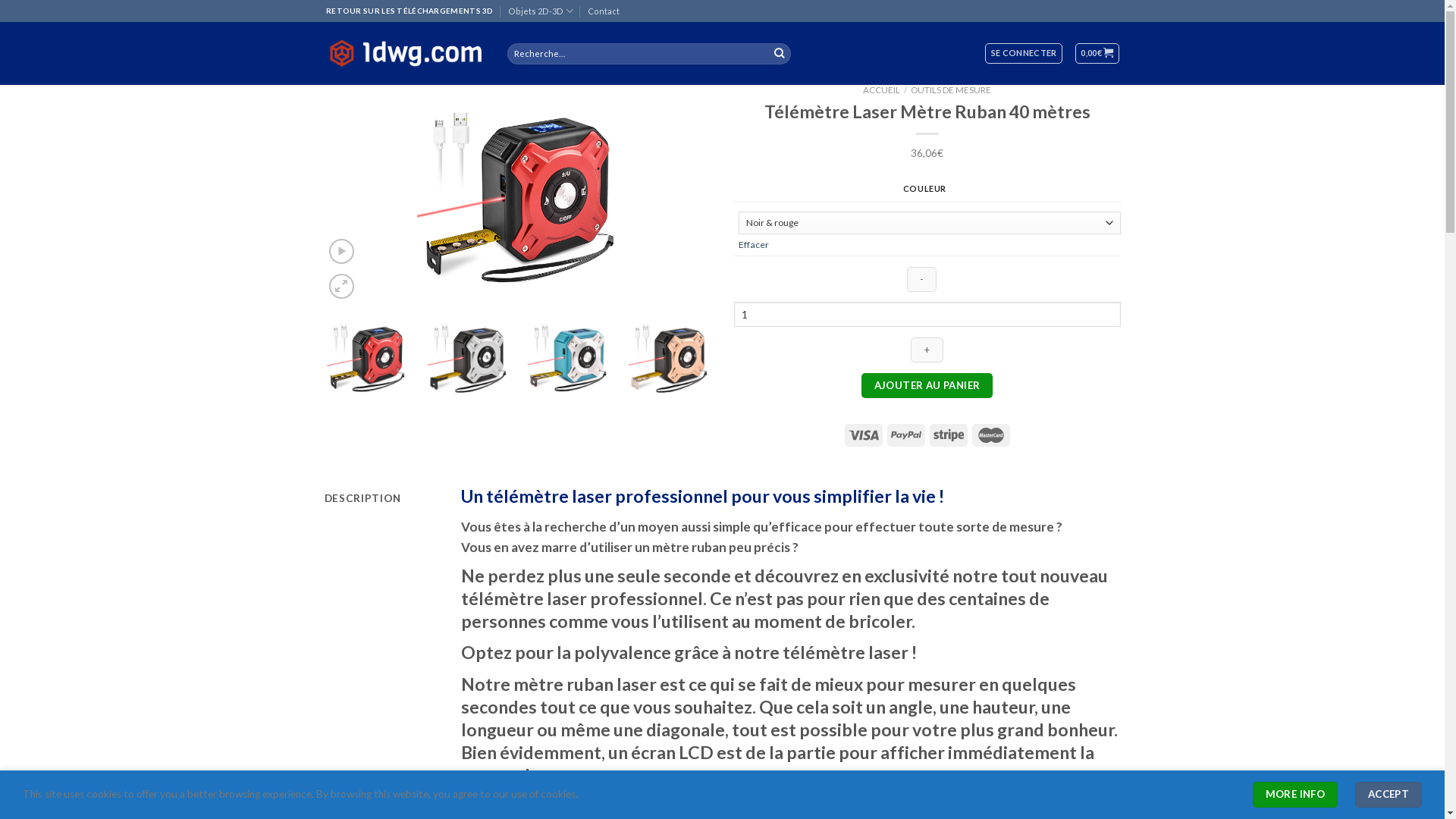 This screenshot has height=819, width=1456. Describe the element at coordinates (340, 250) in the screenshot. I see `'Video'` at that location.